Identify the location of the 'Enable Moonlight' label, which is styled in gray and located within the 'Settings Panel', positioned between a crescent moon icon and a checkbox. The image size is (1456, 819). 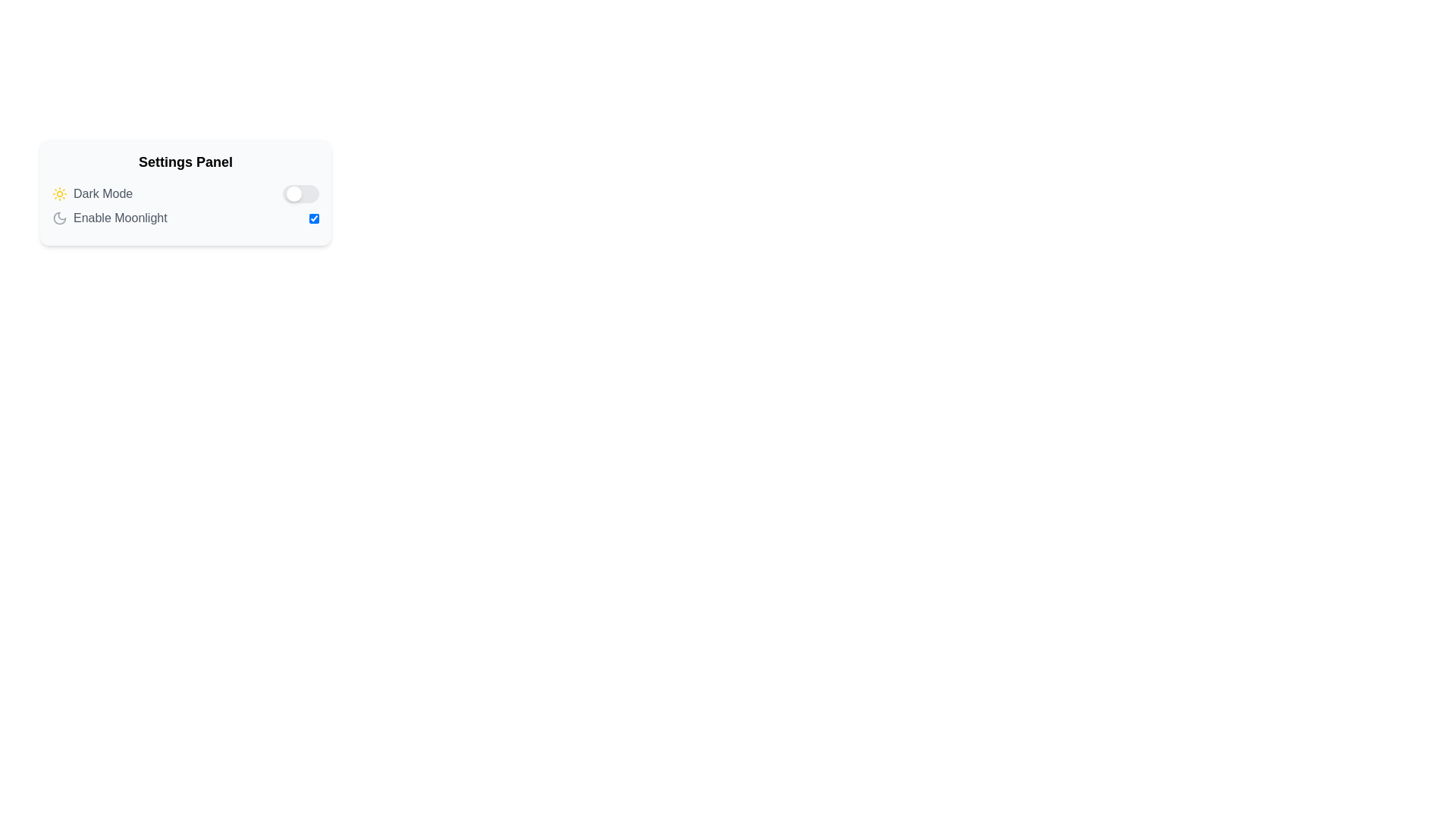
(119, 218).